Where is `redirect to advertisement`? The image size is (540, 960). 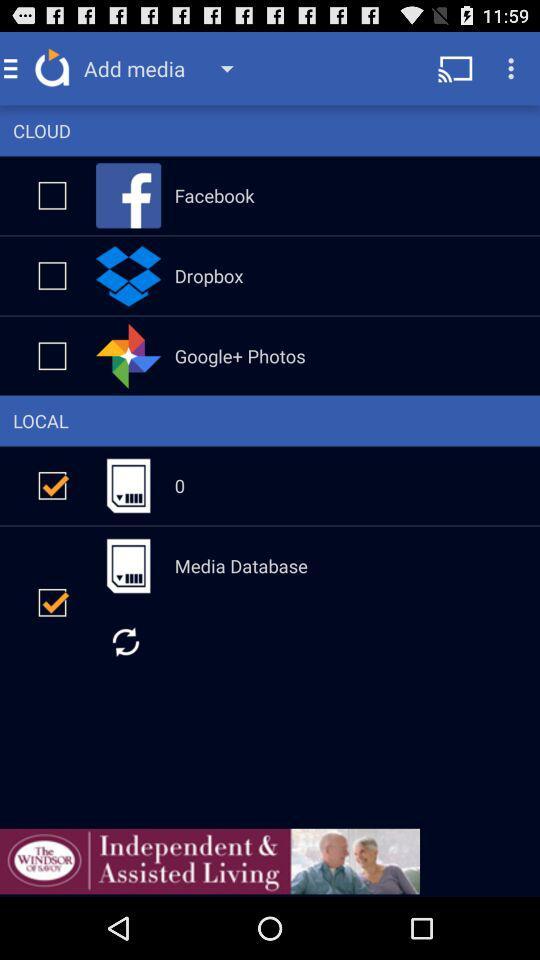 redirect to advertisement is located at coordinates (209, 860).